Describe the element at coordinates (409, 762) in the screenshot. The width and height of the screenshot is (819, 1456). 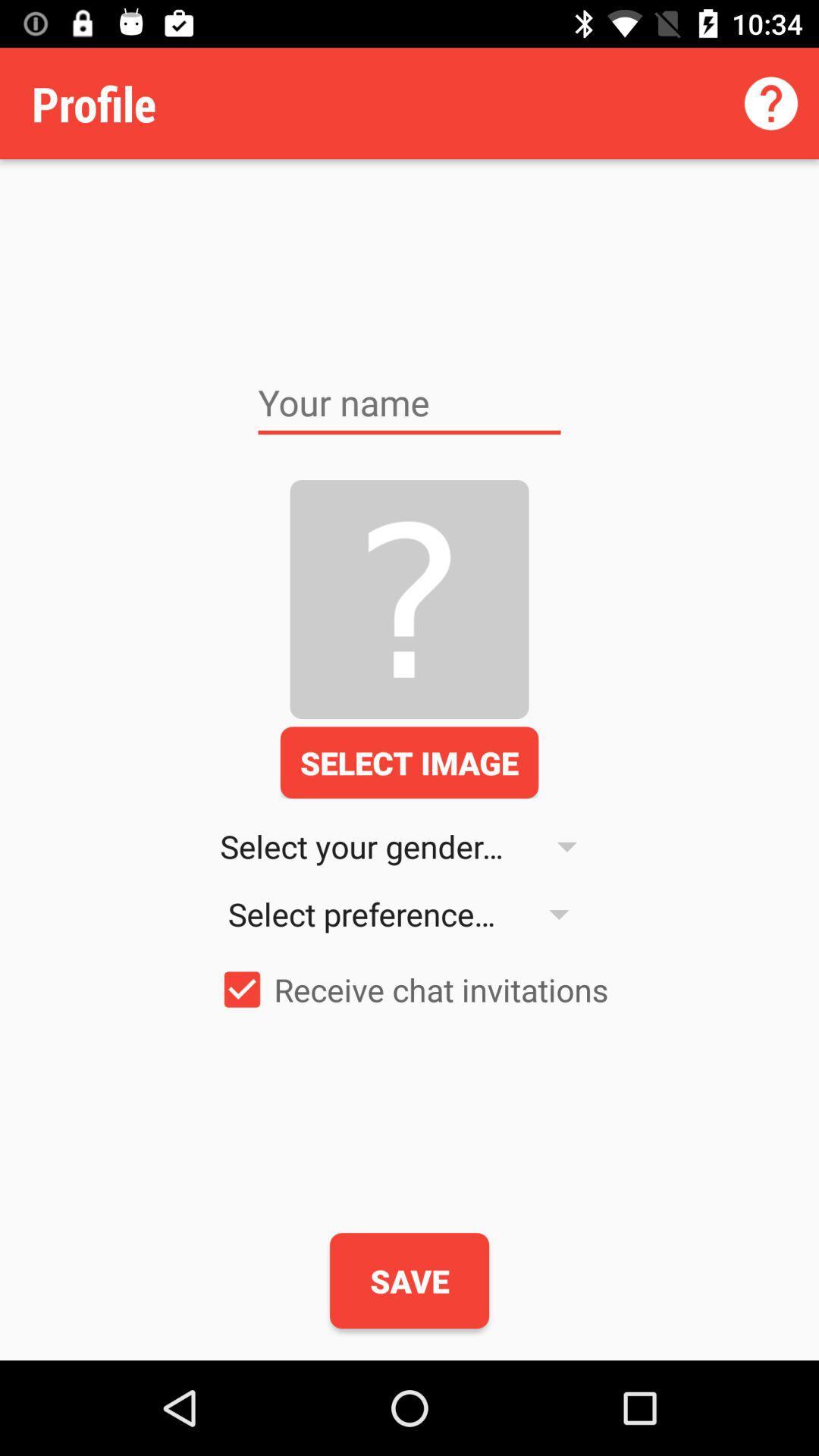
I see `select image` at that location.